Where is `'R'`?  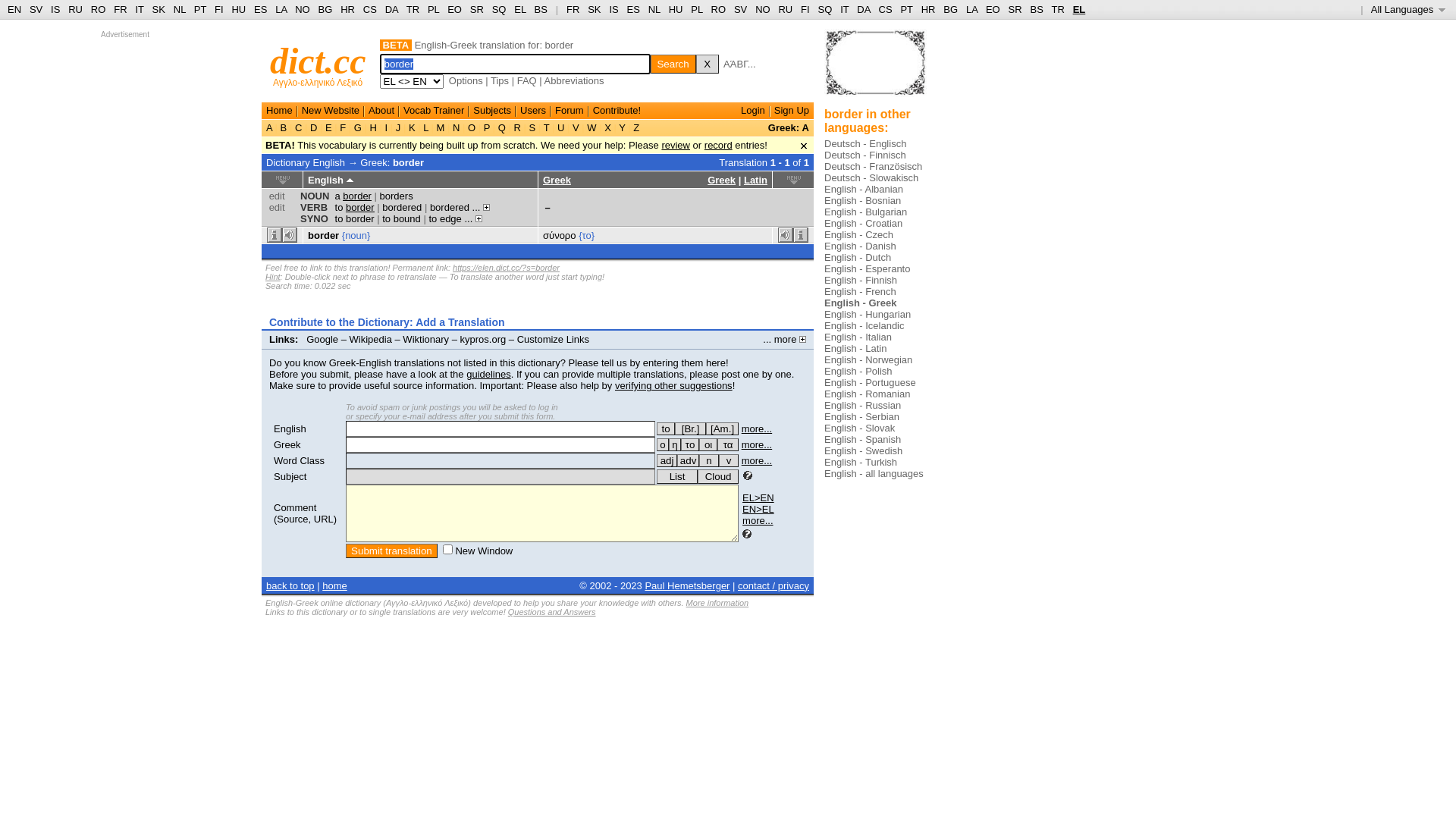
'R' is located at coordinates (517, 127).